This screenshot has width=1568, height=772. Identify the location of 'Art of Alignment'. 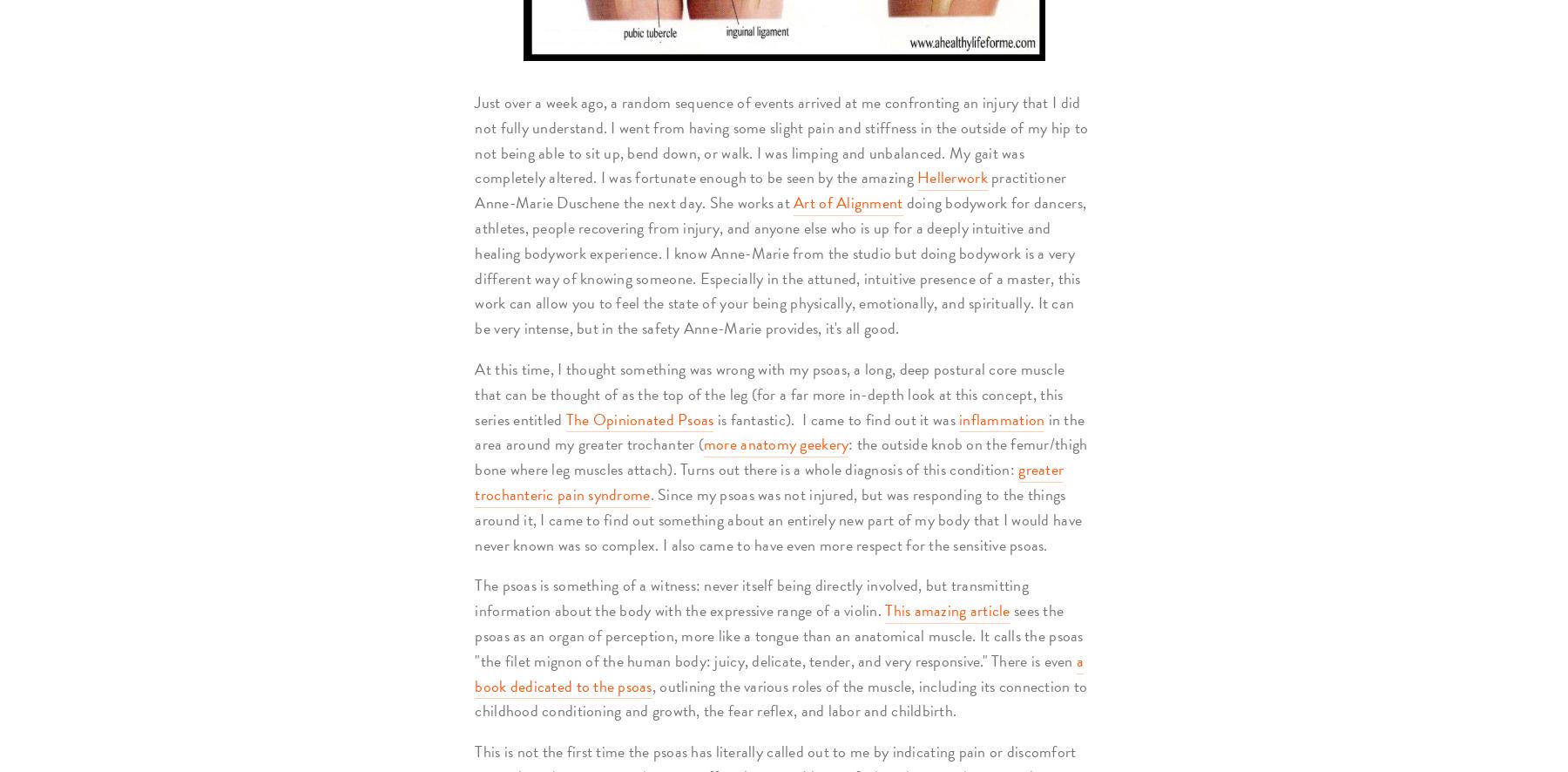
(847, 201).